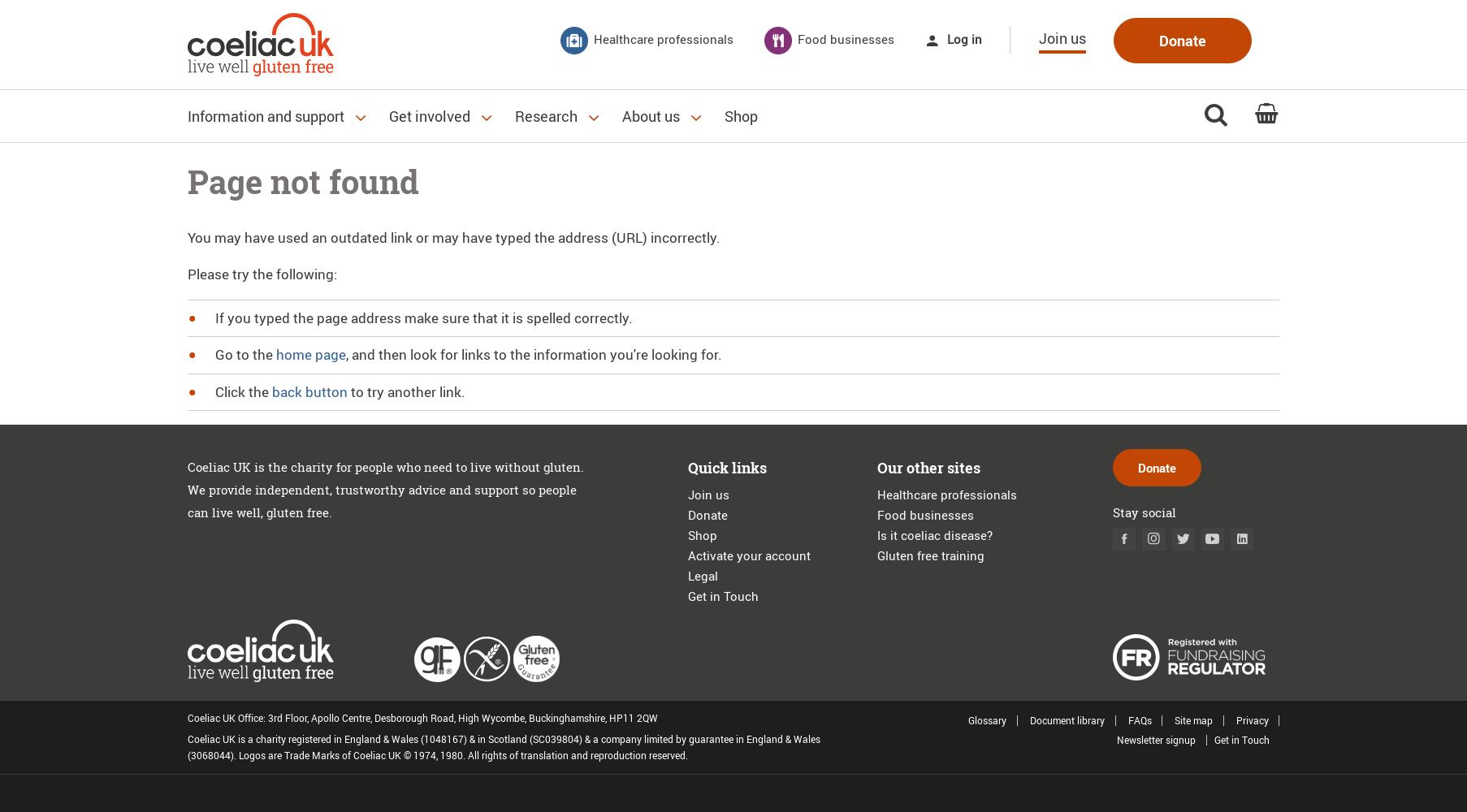 The image size is (1467, 812). I want to click on 'Quick links', so click(726, 466).